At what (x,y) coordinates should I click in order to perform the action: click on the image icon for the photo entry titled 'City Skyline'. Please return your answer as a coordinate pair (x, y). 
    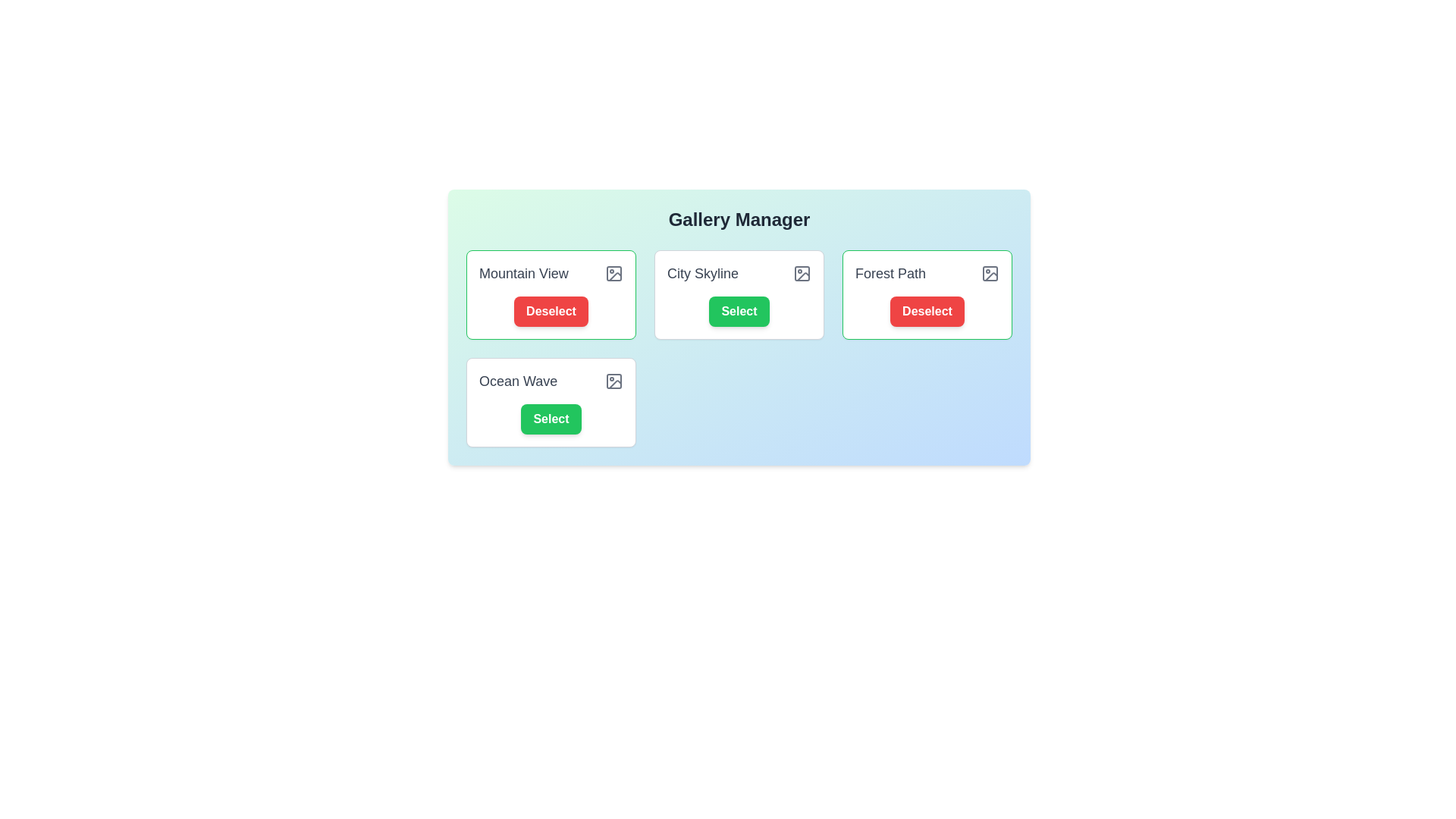
    Looking at the image, I should click on (801, 274).